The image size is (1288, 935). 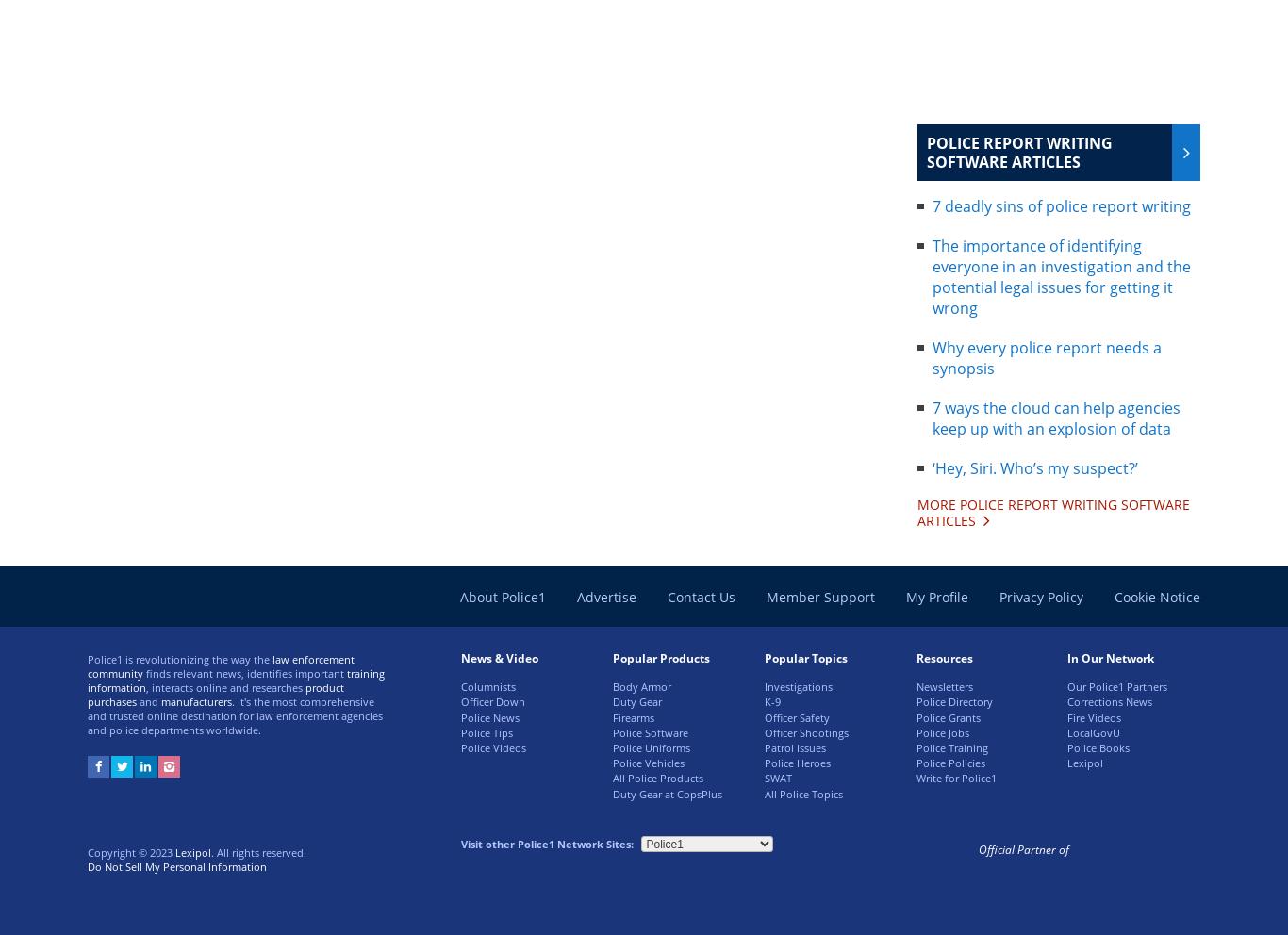 I want to click on 'Officer Safety', so click(x=795, y=715).